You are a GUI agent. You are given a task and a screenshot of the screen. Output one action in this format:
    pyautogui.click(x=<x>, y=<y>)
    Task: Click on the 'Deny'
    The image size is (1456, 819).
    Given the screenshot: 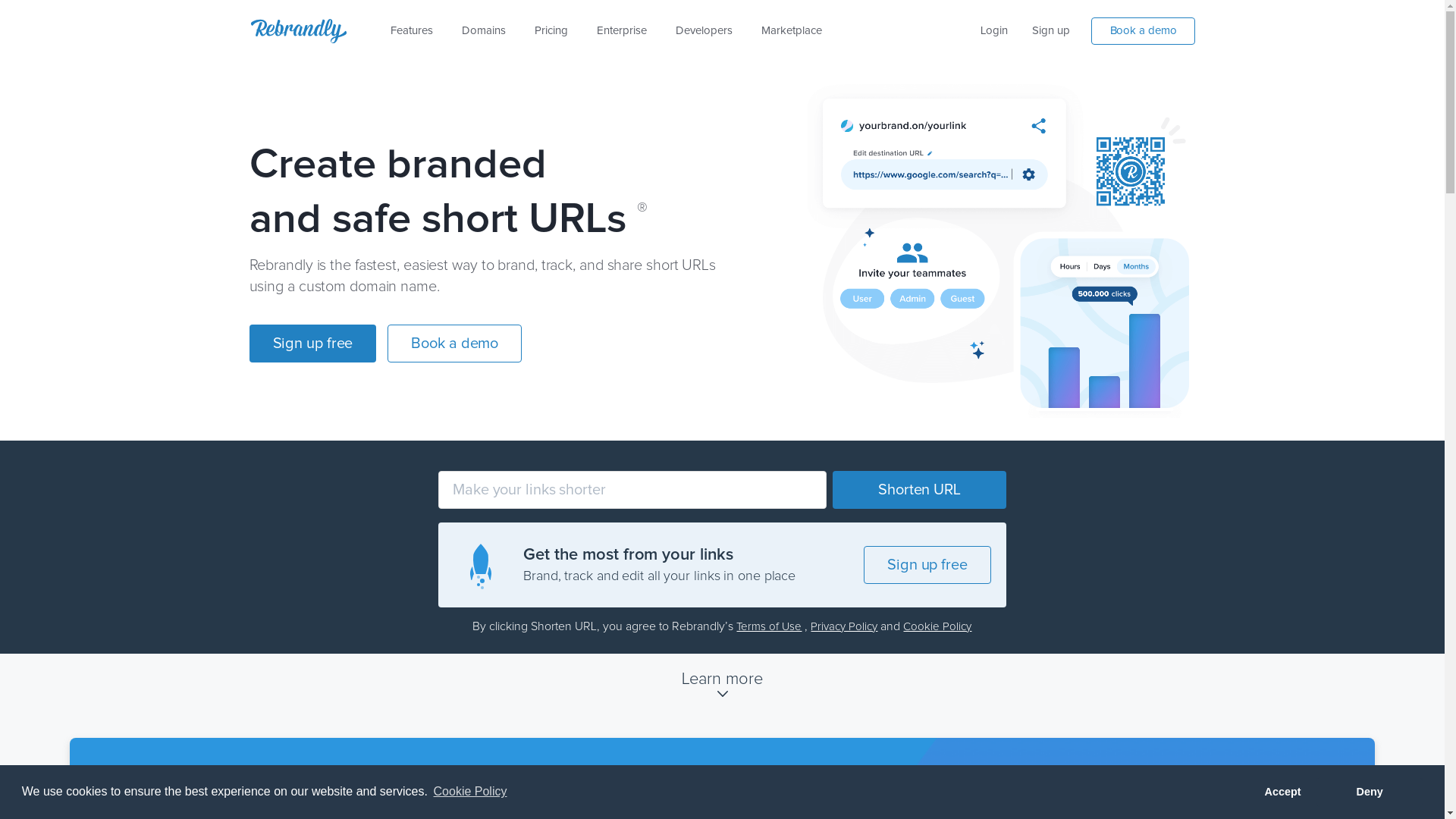 What is the action you would take?
    pyautogui.click(x=1369, y=791)
    